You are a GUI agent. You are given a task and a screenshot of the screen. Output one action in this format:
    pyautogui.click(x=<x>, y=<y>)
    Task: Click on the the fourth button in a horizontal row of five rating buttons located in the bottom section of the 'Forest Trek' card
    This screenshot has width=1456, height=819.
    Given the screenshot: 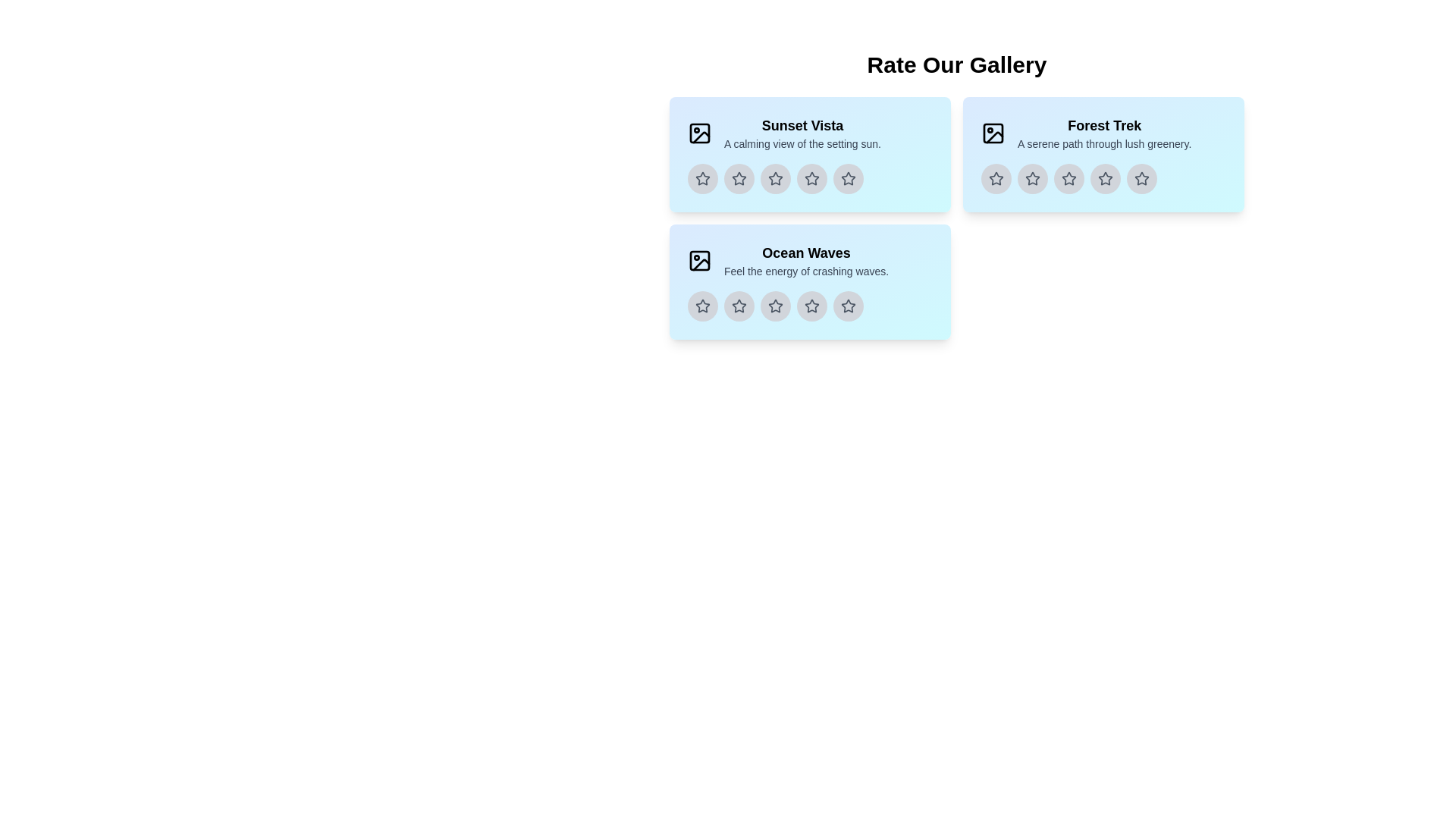 What is the action you would take?
    pyautogui.click(x=1106, y=177)
    